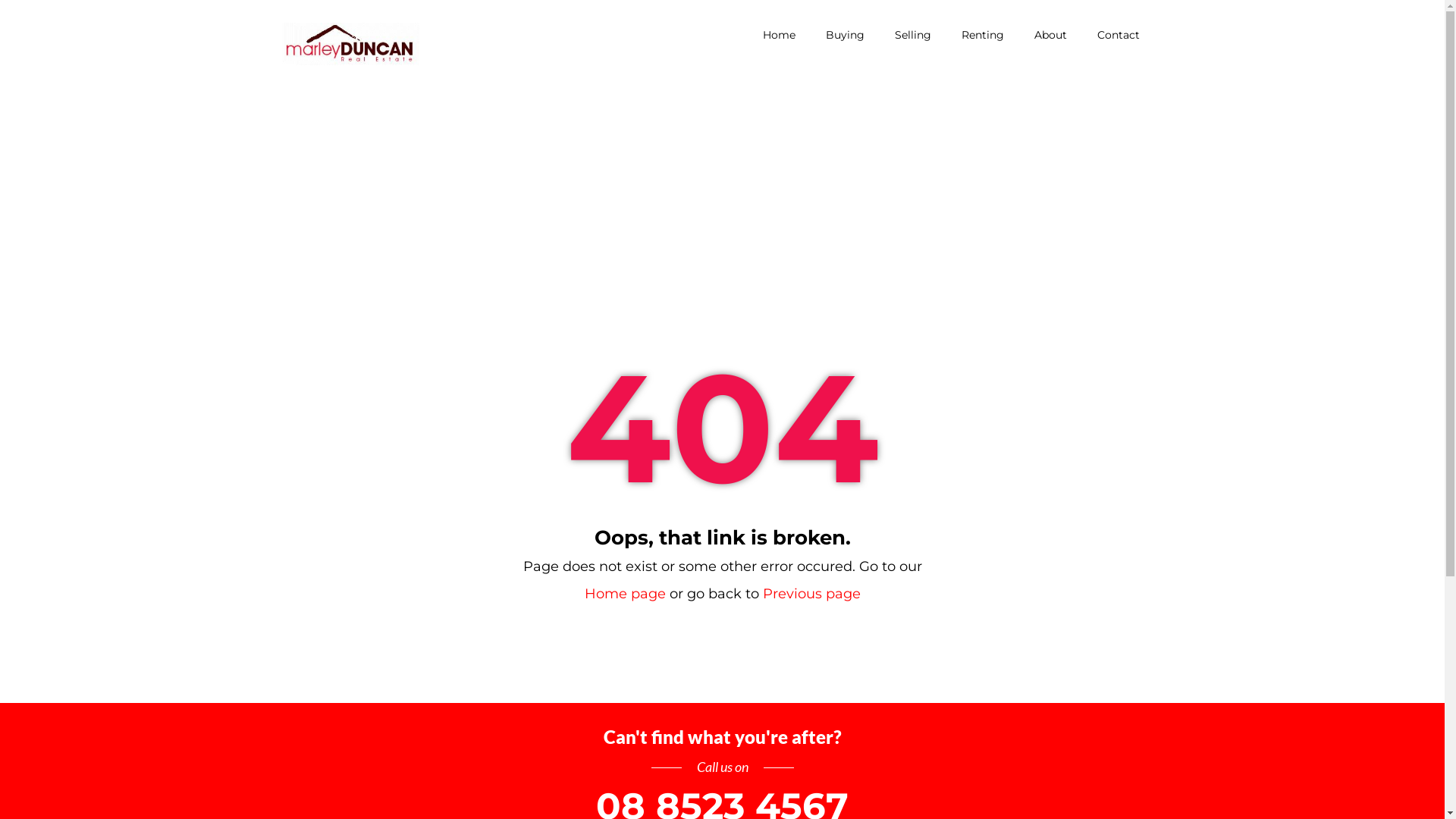  I want to click on 'Home', so click(779, 34).